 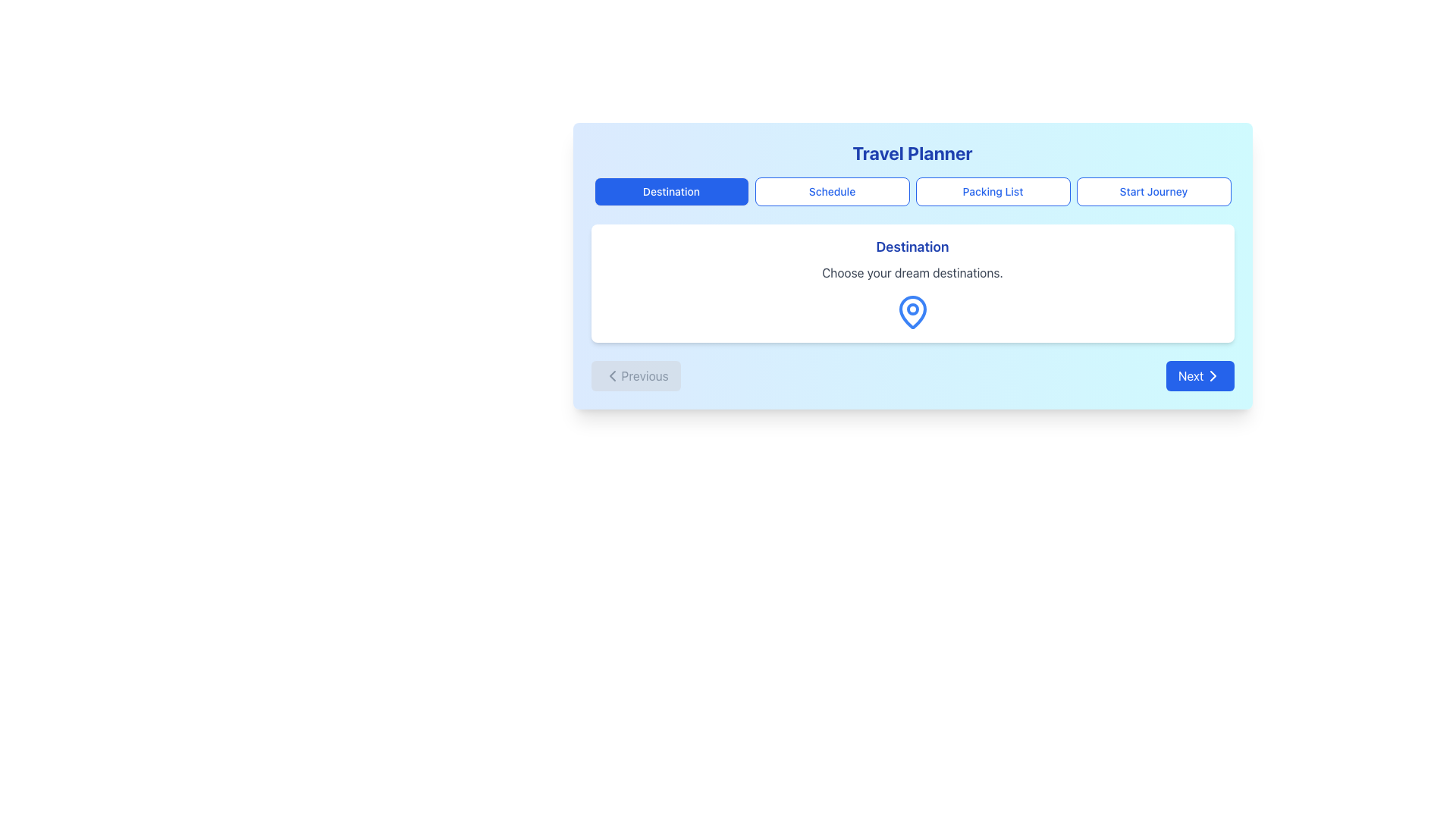 I want to click on the Icon (Chevron Left) located inside the 'Previous' button at the bottom left of the 'Travel Planner' interface, so click(x=612, y=375).